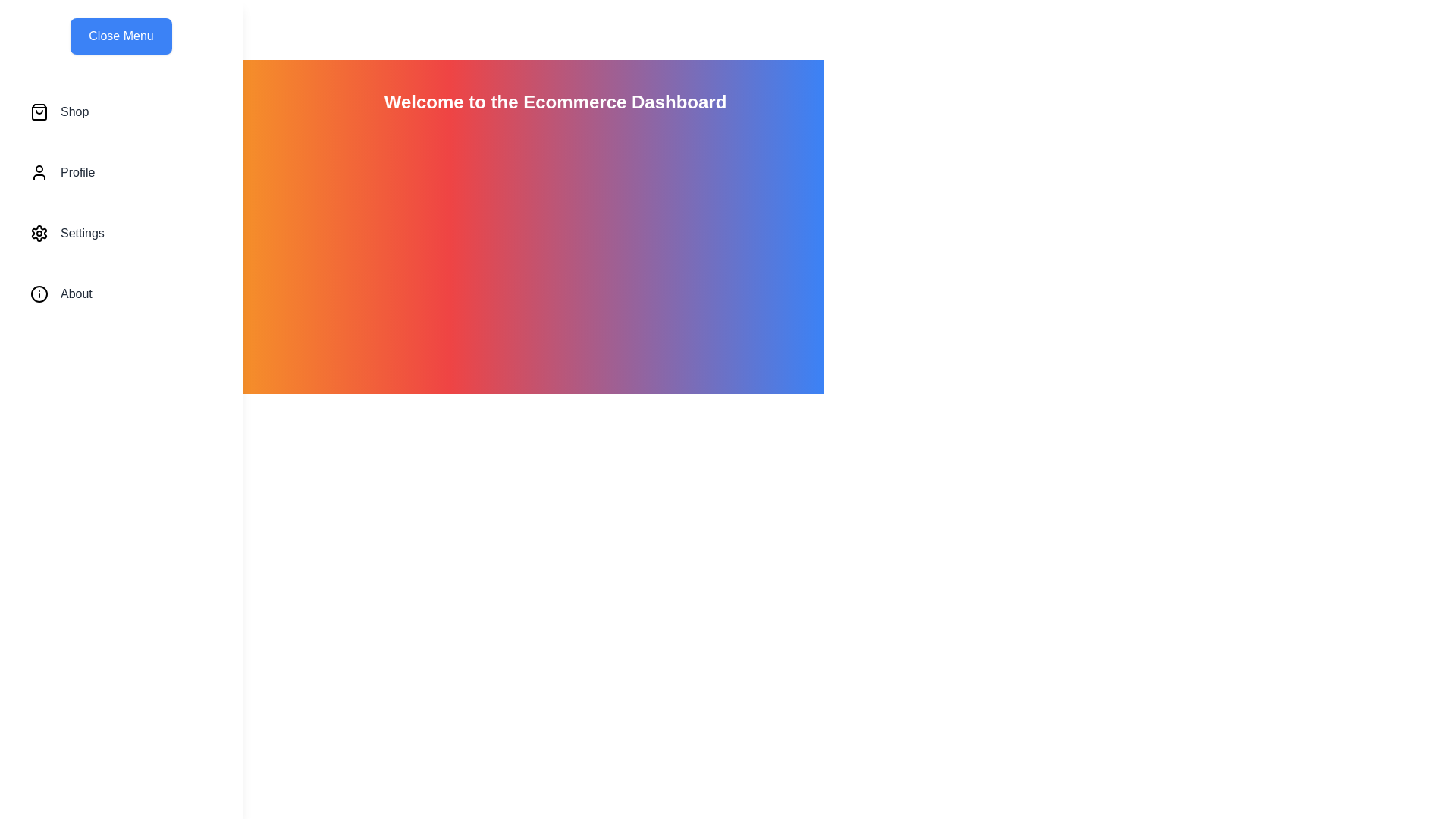 The width and height of the screenshot is (1456, 819). Describe the element at coordinates (120, 171) in the screenshot. I see `the menu item Profile to highlight it` at that location.